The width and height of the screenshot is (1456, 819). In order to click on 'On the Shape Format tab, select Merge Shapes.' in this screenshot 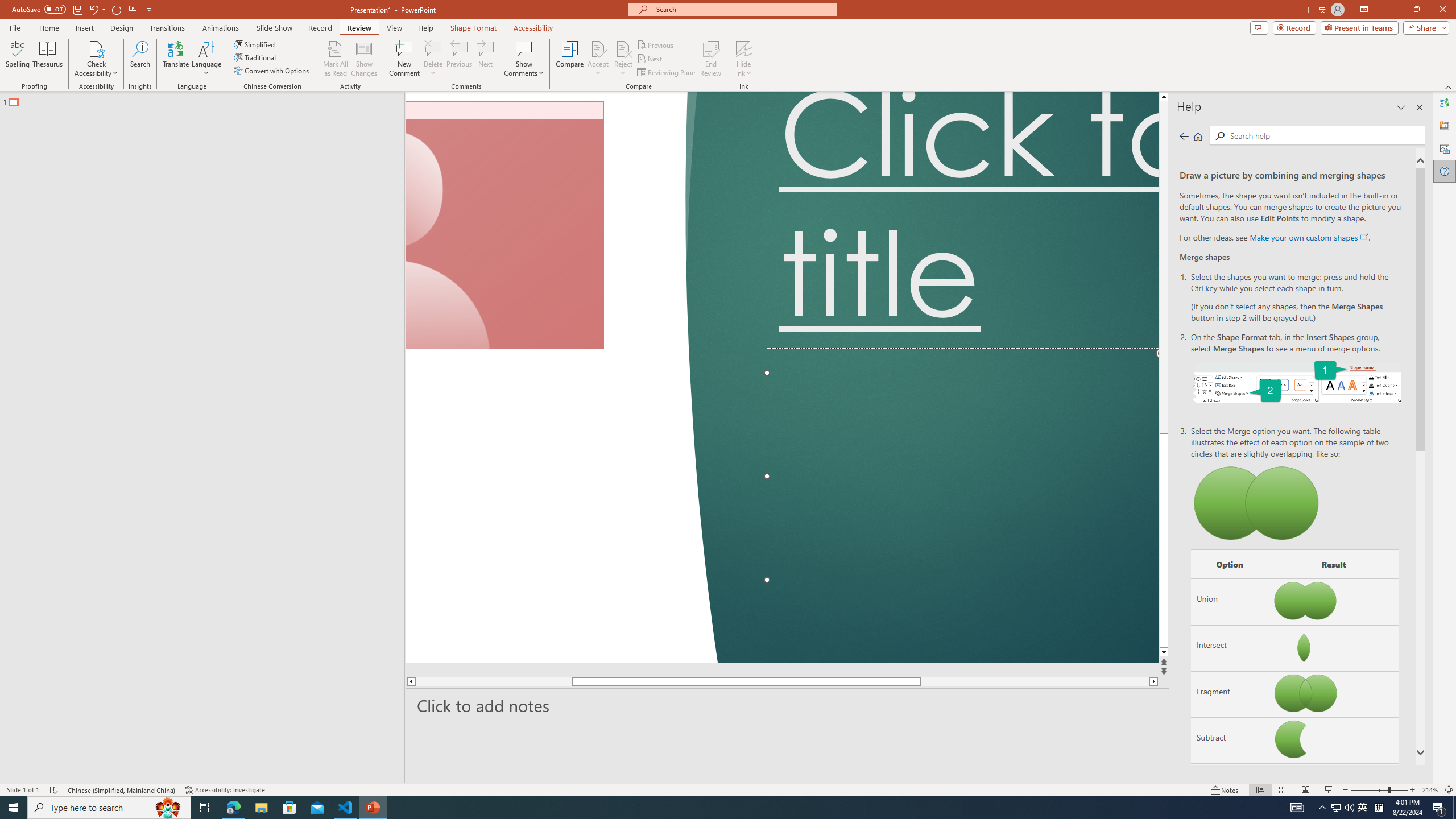, I will do `click(1296, 381)`.